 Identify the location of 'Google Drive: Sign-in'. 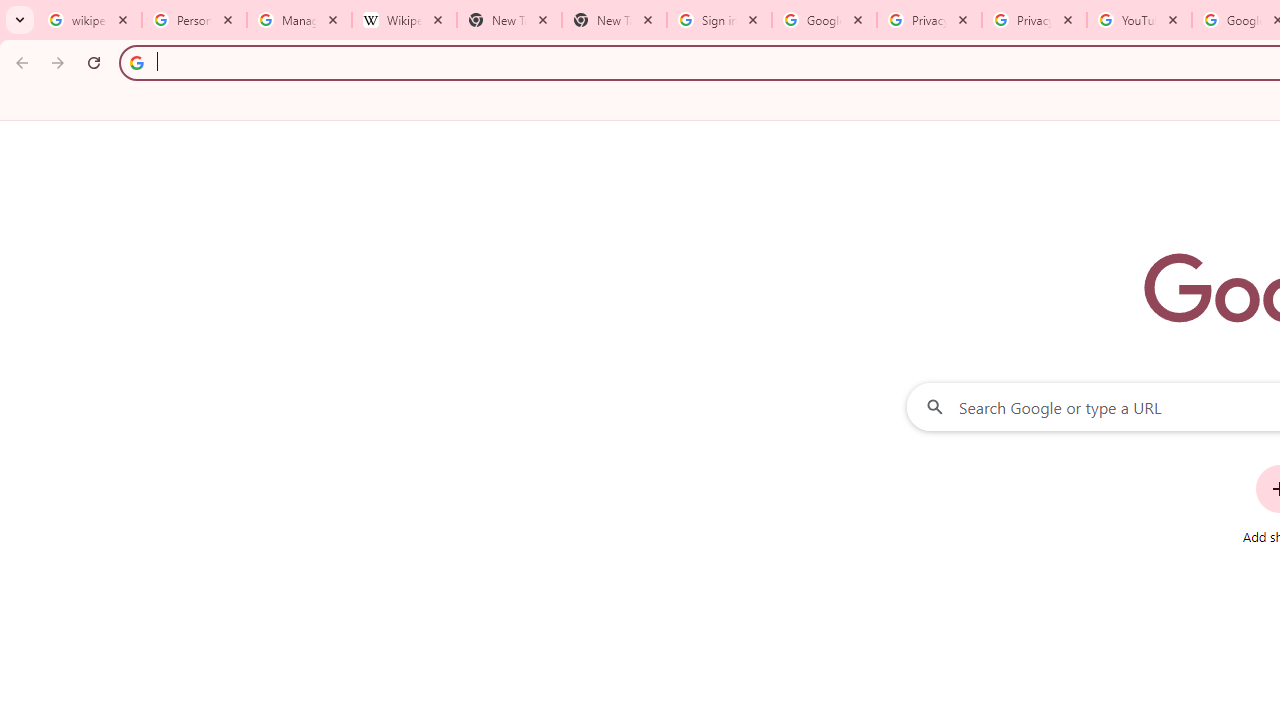
(824, 20).